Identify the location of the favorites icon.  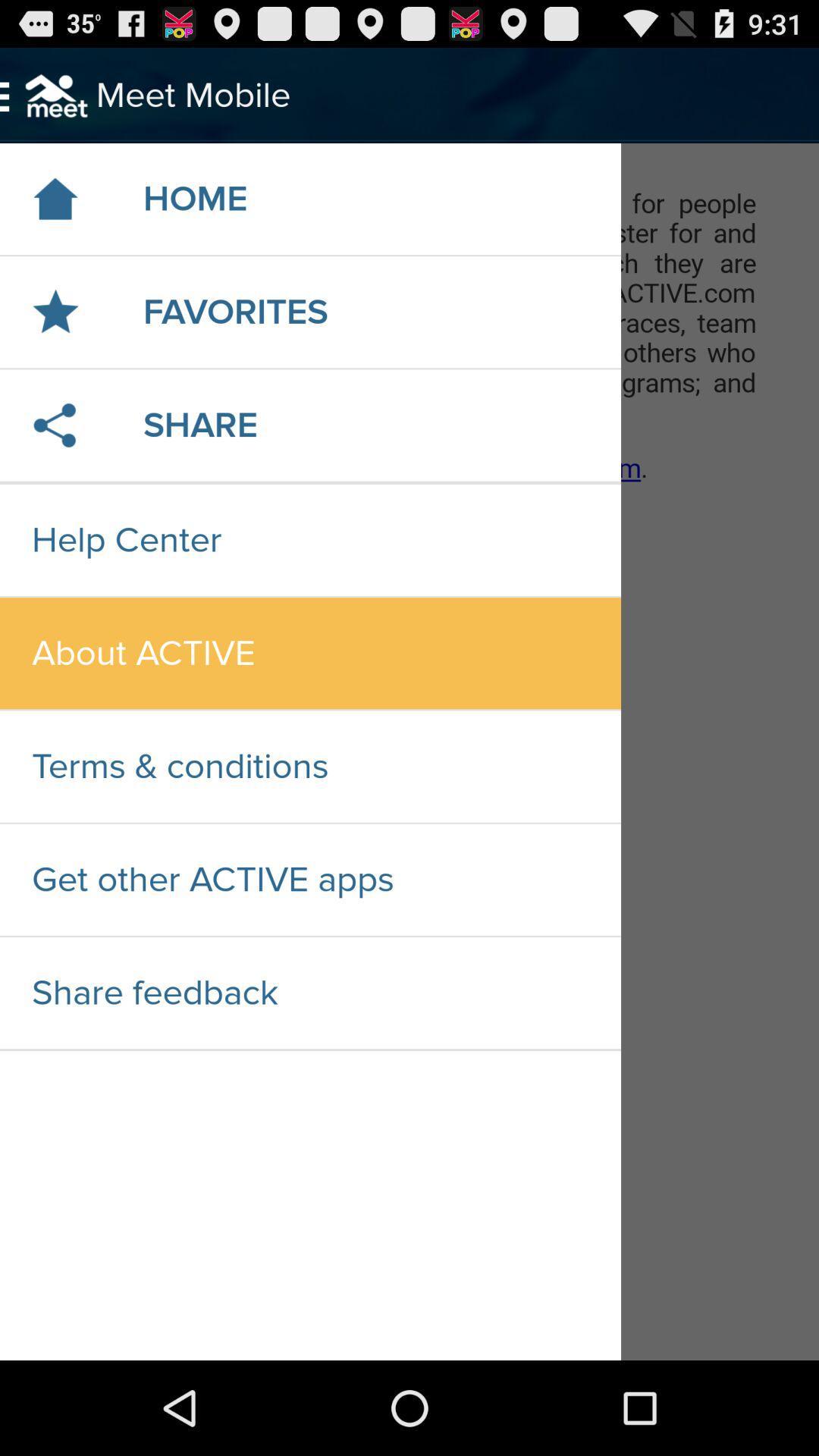
(235, 311).